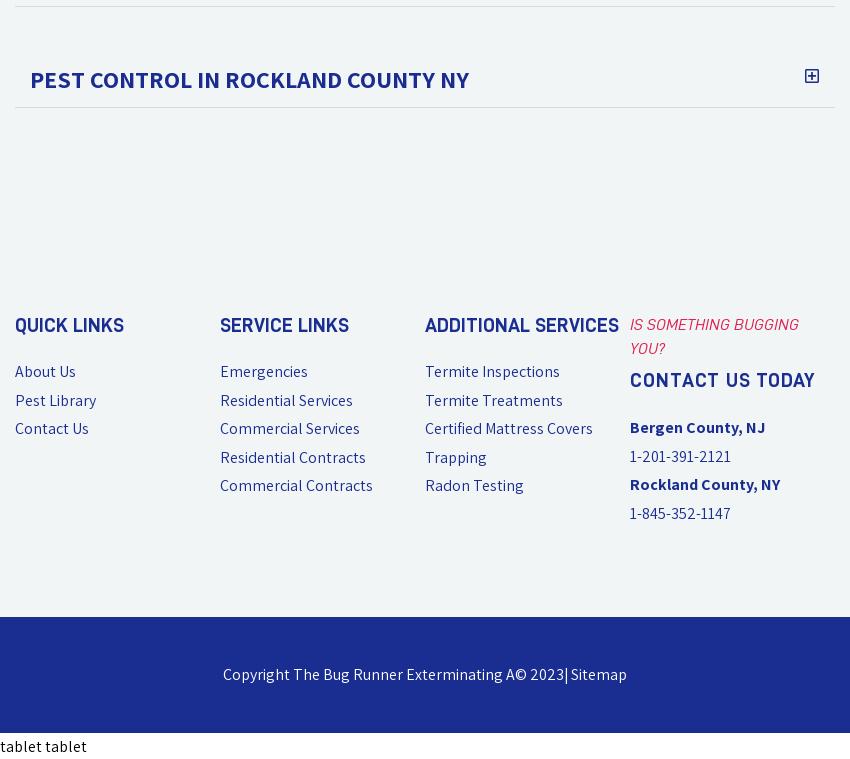 The width and height of the screenshot is (850, 759). I want to click on 'Termite Inspections', so click(492, 370).